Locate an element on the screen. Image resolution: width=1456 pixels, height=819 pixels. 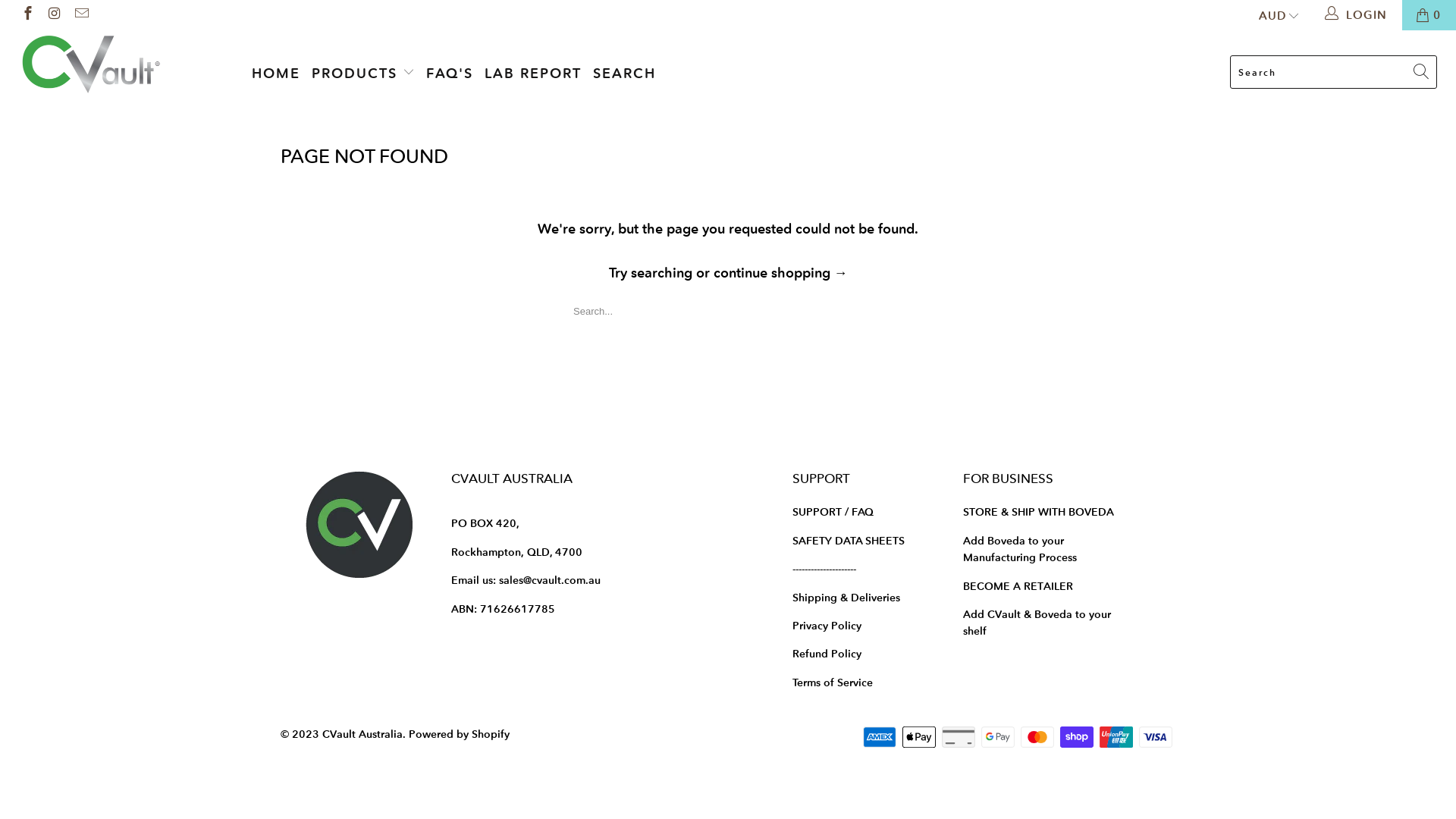
'Terms of Service' is located at coordinates (832, 681).